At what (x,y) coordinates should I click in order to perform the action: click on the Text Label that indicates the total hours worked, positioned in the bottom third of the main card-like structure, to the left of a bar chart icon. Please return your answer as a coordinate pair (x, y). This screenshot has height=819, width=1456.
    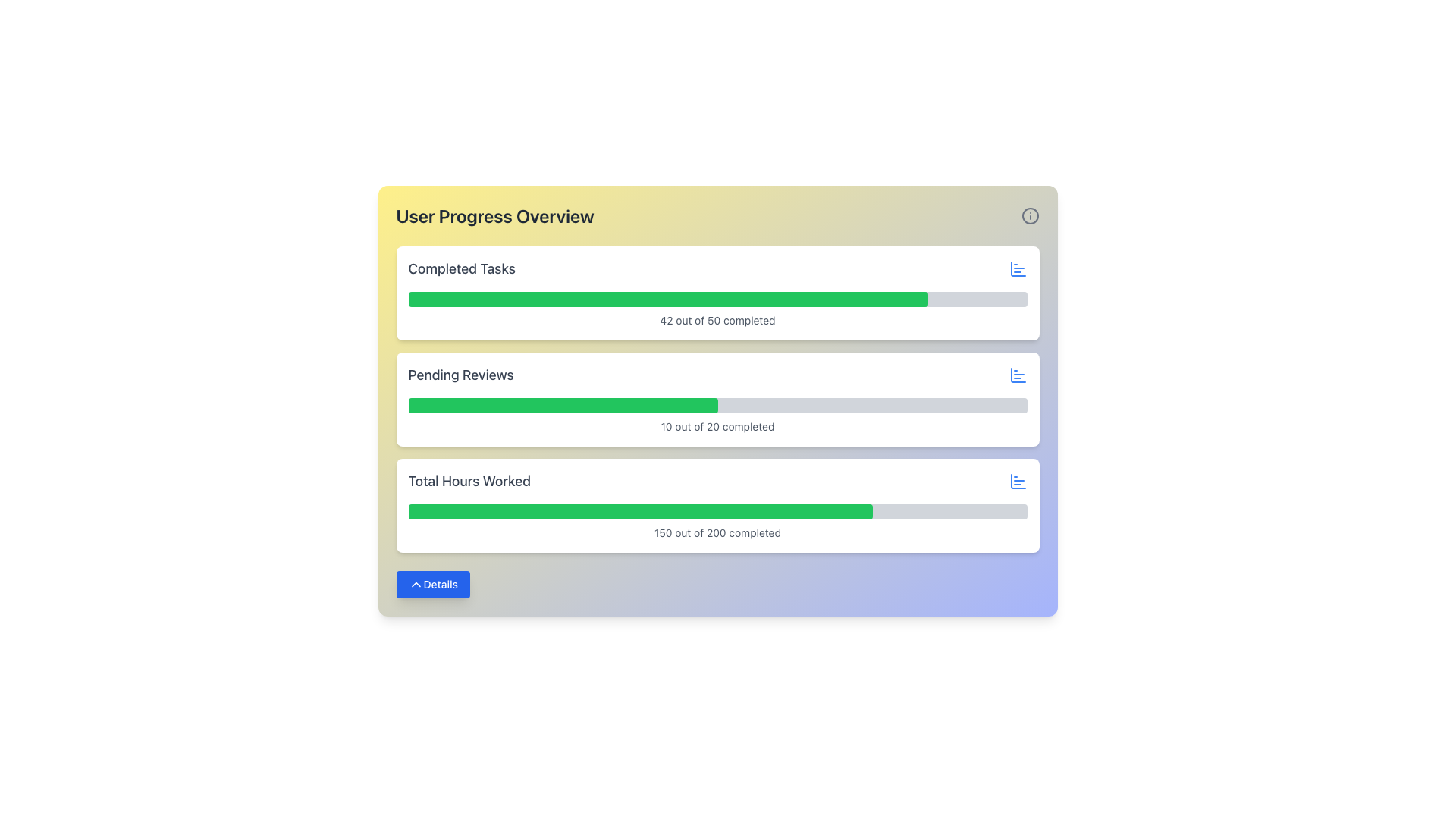
    Looking at the image, I should click on (469, 482).